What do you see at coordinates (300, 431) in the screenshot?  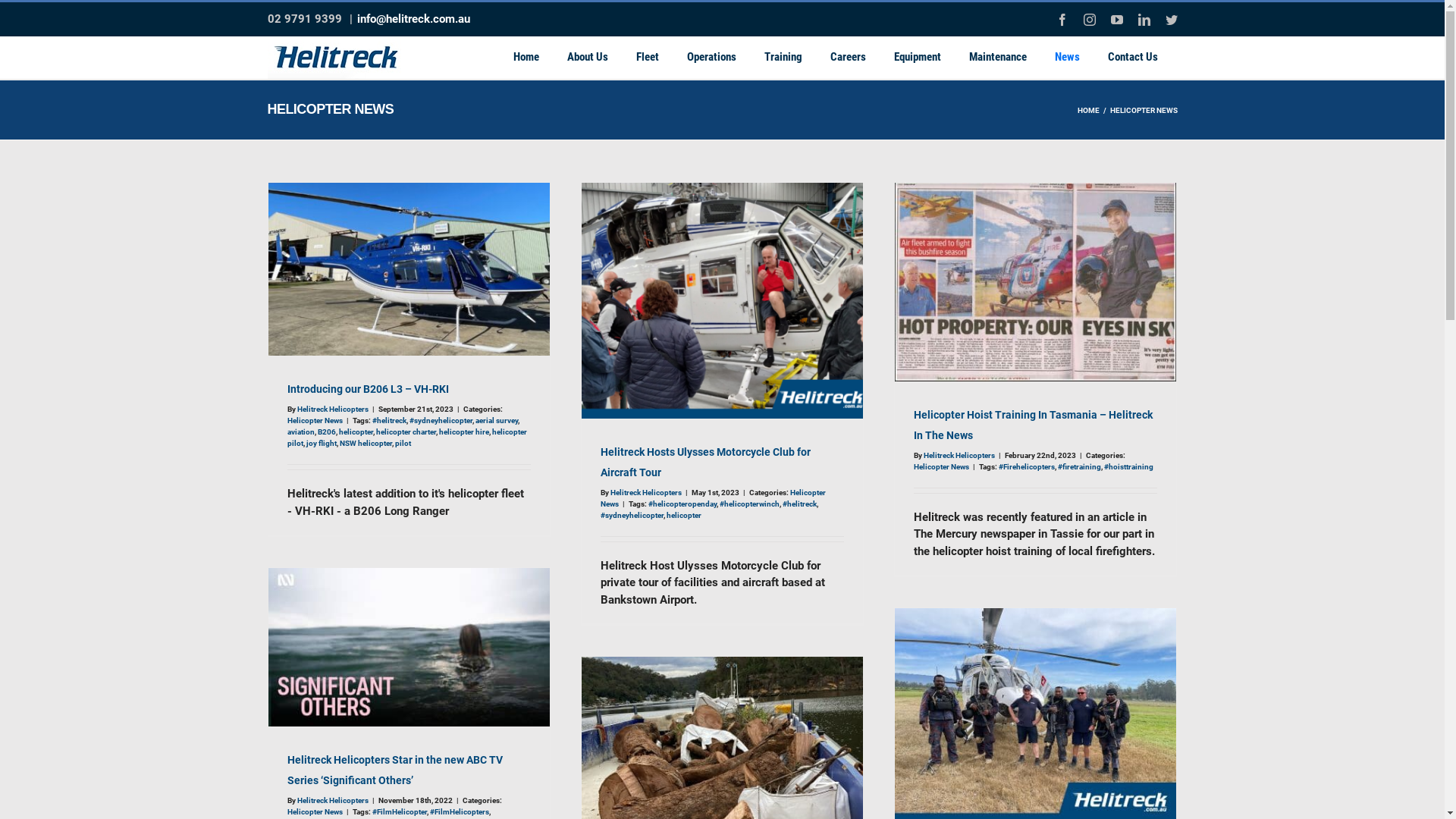 I see `'aviation'` at bounding box center [300, 431].